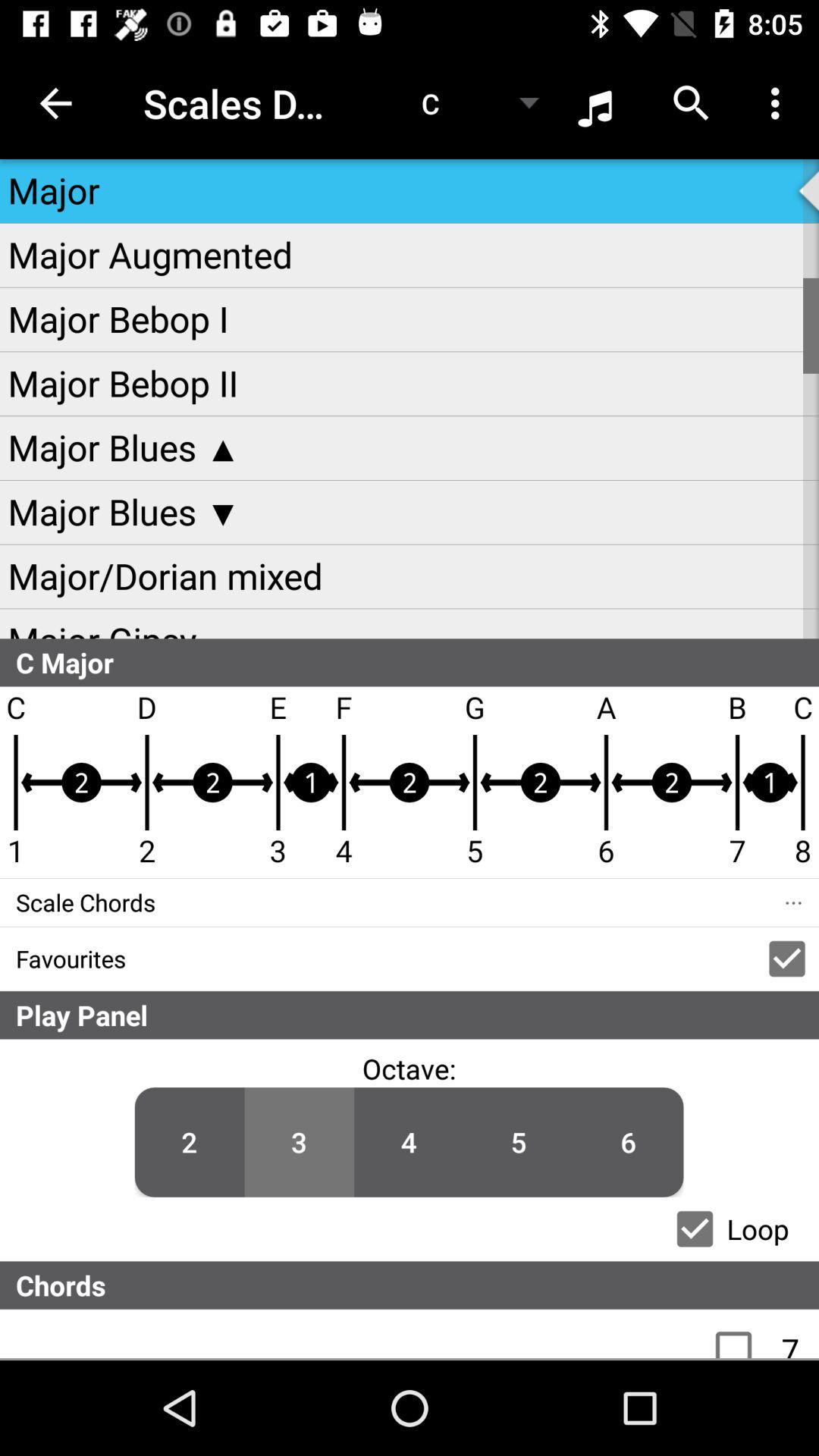  Describe the element at coordinates (741, 1333) in the screenshot. I see `menu` at that location.